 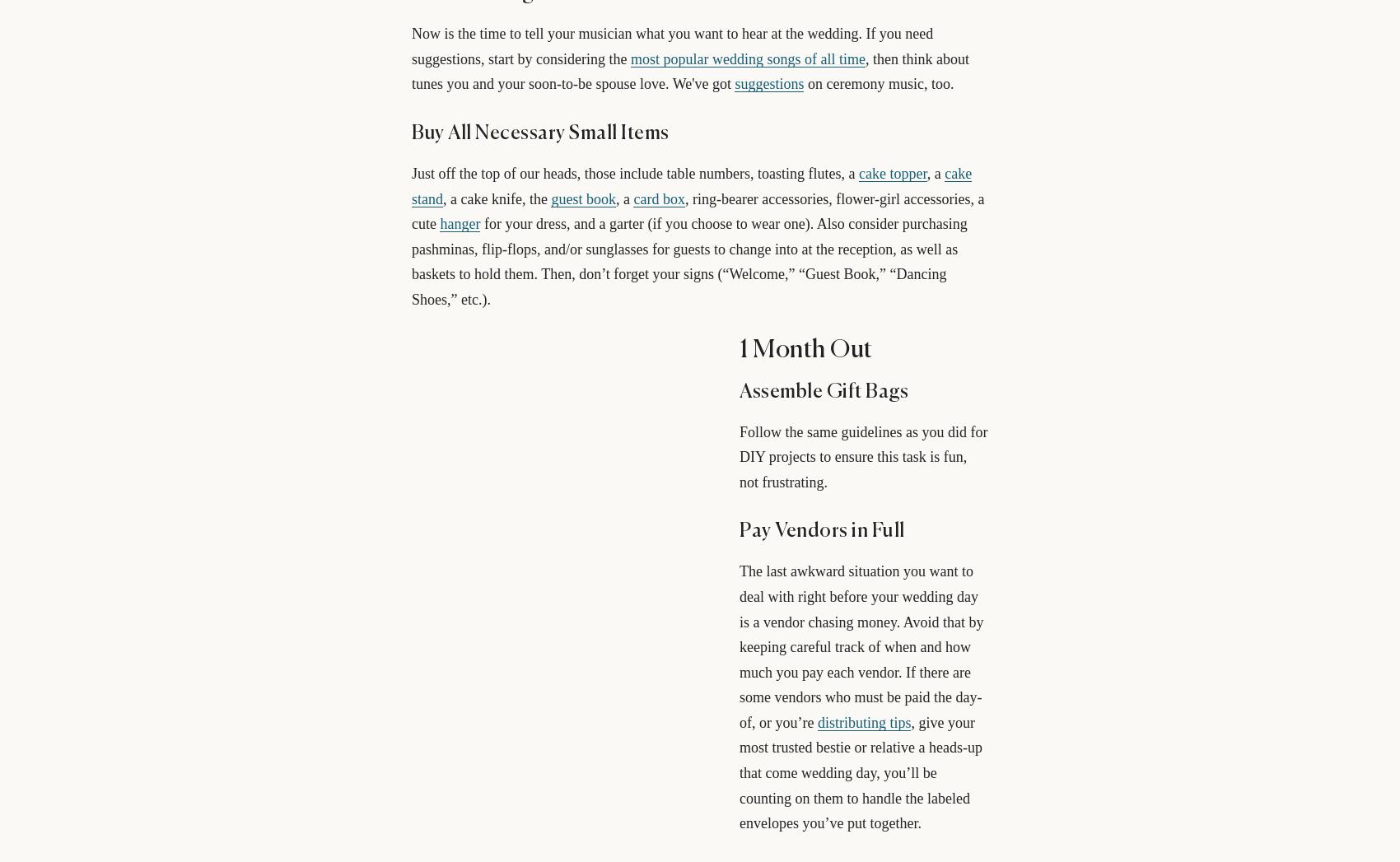 I want to click on 'guest book', so click(x=583, y=198).